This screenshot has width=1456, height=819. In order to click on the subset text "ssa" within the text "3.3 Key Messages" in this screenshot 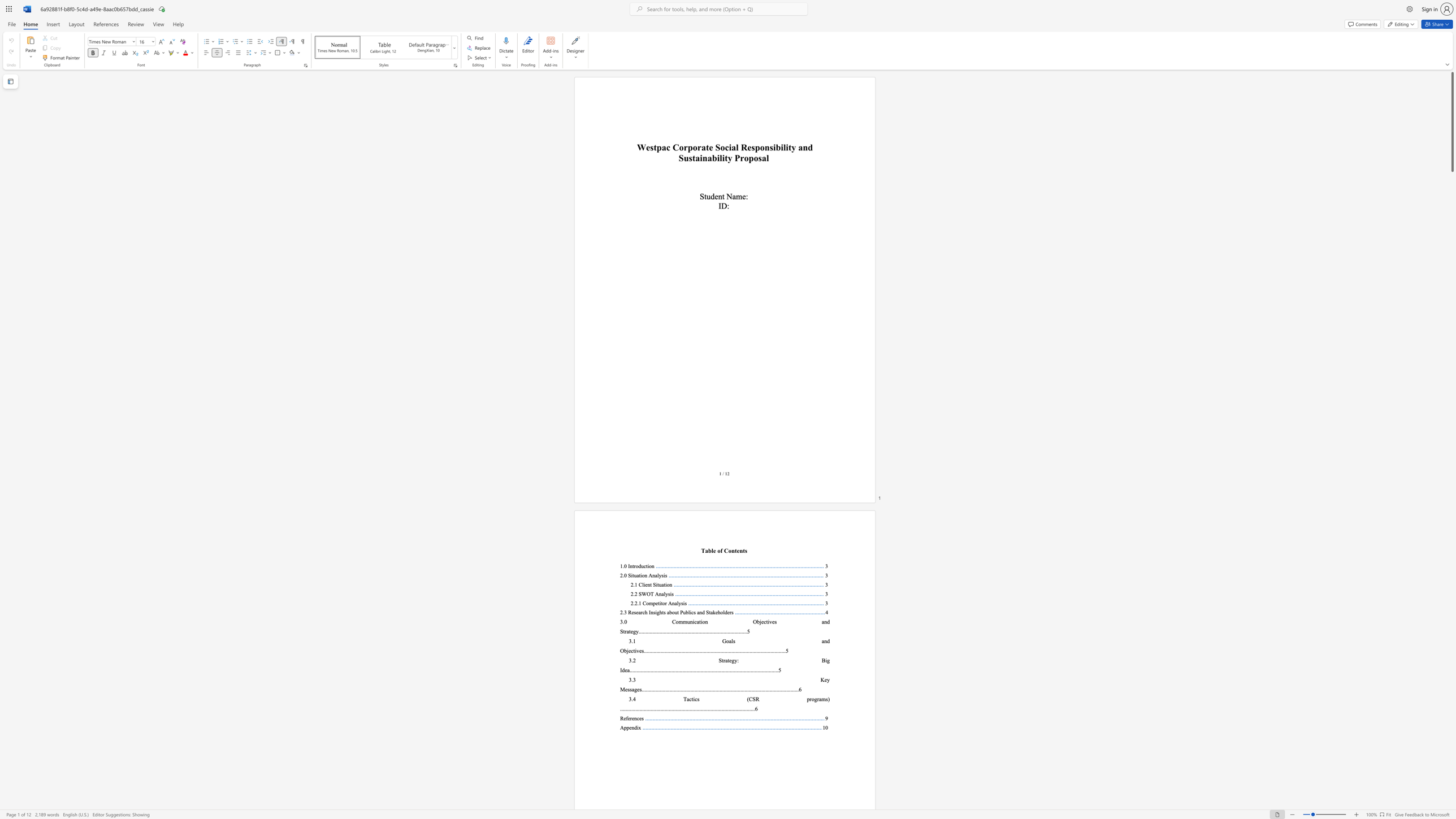, I will do `click(627, 689)`.